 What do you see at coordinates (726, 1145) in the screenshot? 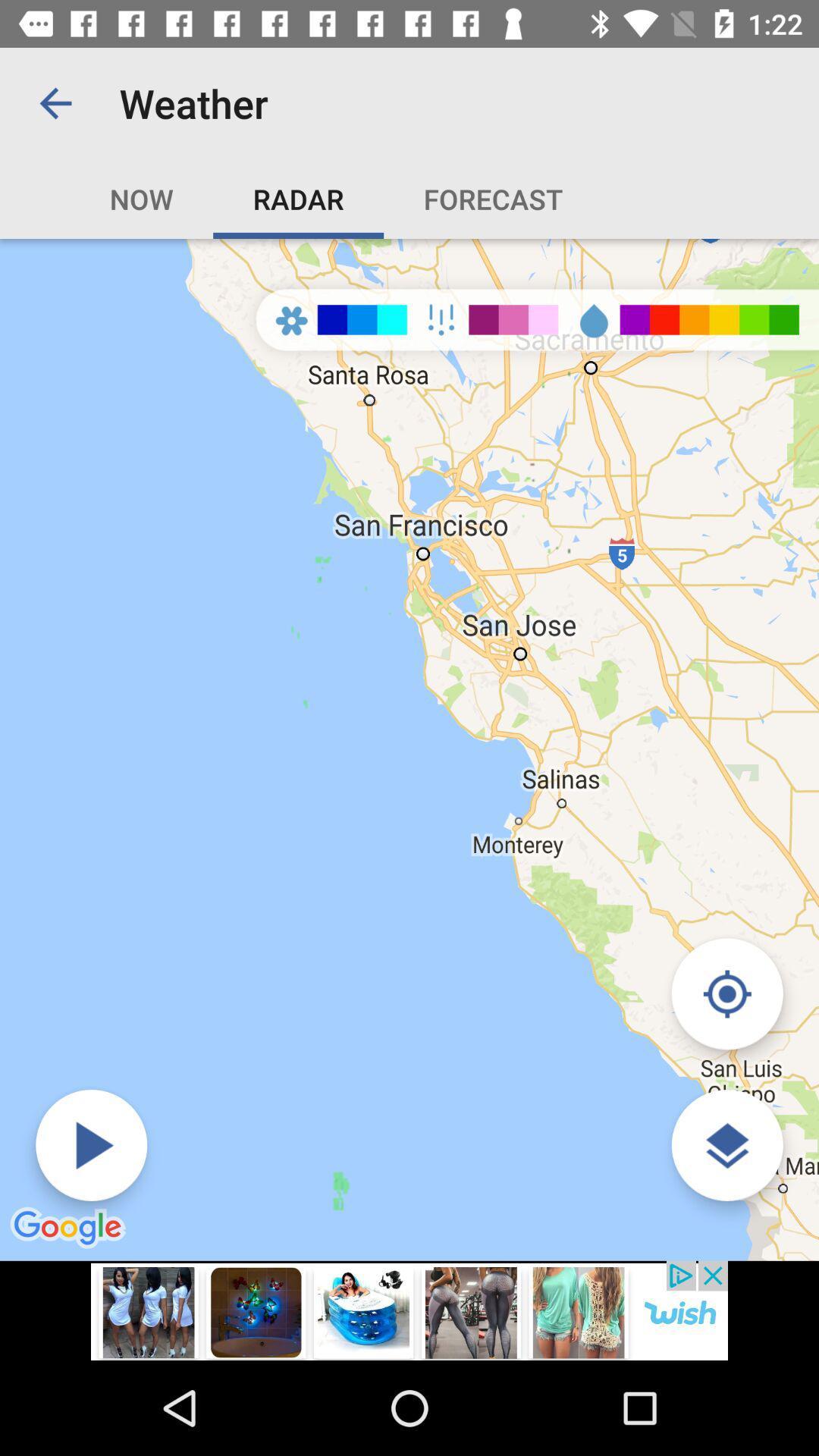
I see `the layers icon` at bounding box center [726, 1145].